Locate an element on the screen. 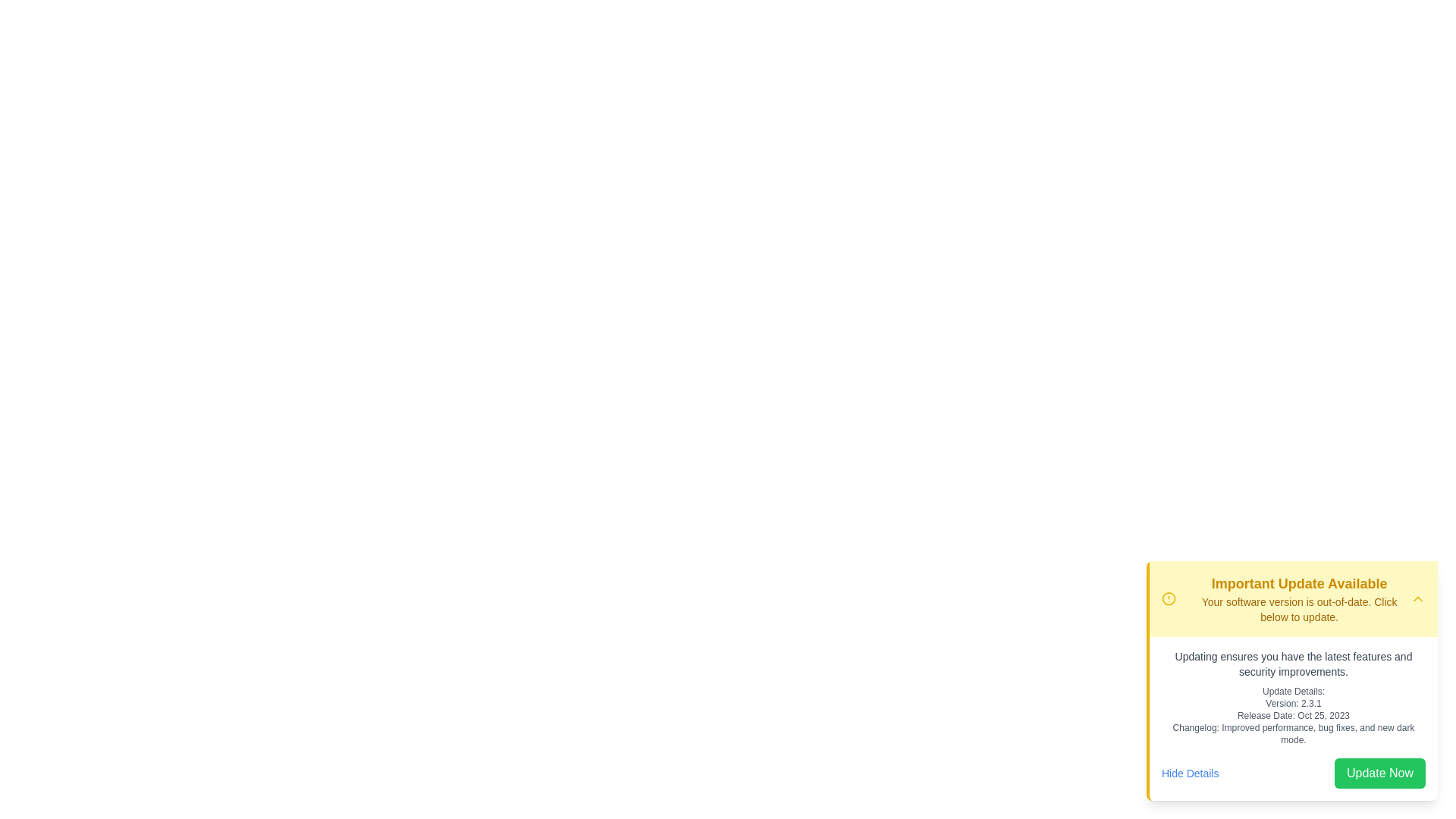 This screenshot has height=819, width=1456. the informational Text label displaying the current version number of the software, located in the lower-right corner of the interface, positioned below 'Update Details:' and above 'Release Date: Oct 25, 2023' is located at coordinates (1292, 704).